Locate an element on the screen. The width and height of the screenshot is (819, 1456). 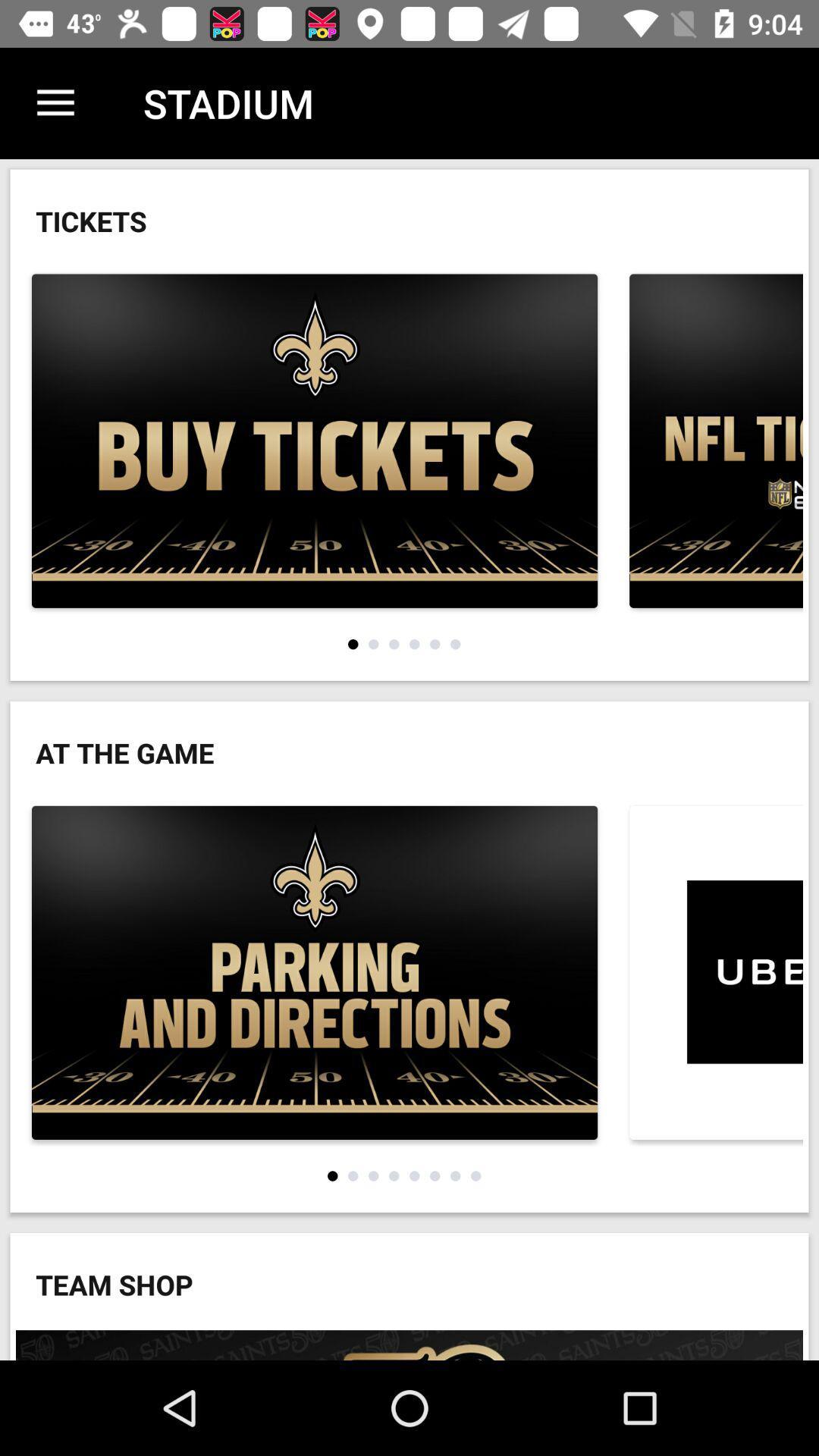
the item to the left of stadium is located at coordinates (55, 102).